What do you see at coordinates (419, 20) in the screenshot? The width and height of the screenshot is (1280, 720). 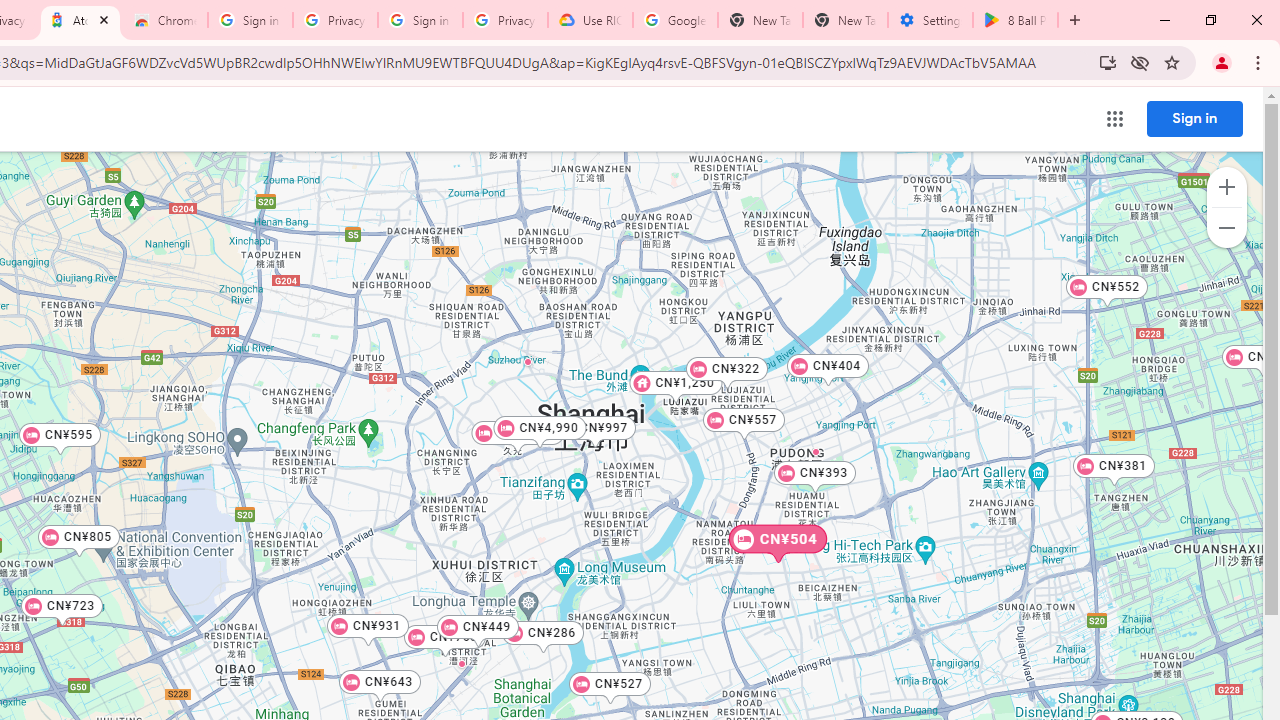 I see `'Sign in - Google Accounts'` at bounding box center [419, 20].